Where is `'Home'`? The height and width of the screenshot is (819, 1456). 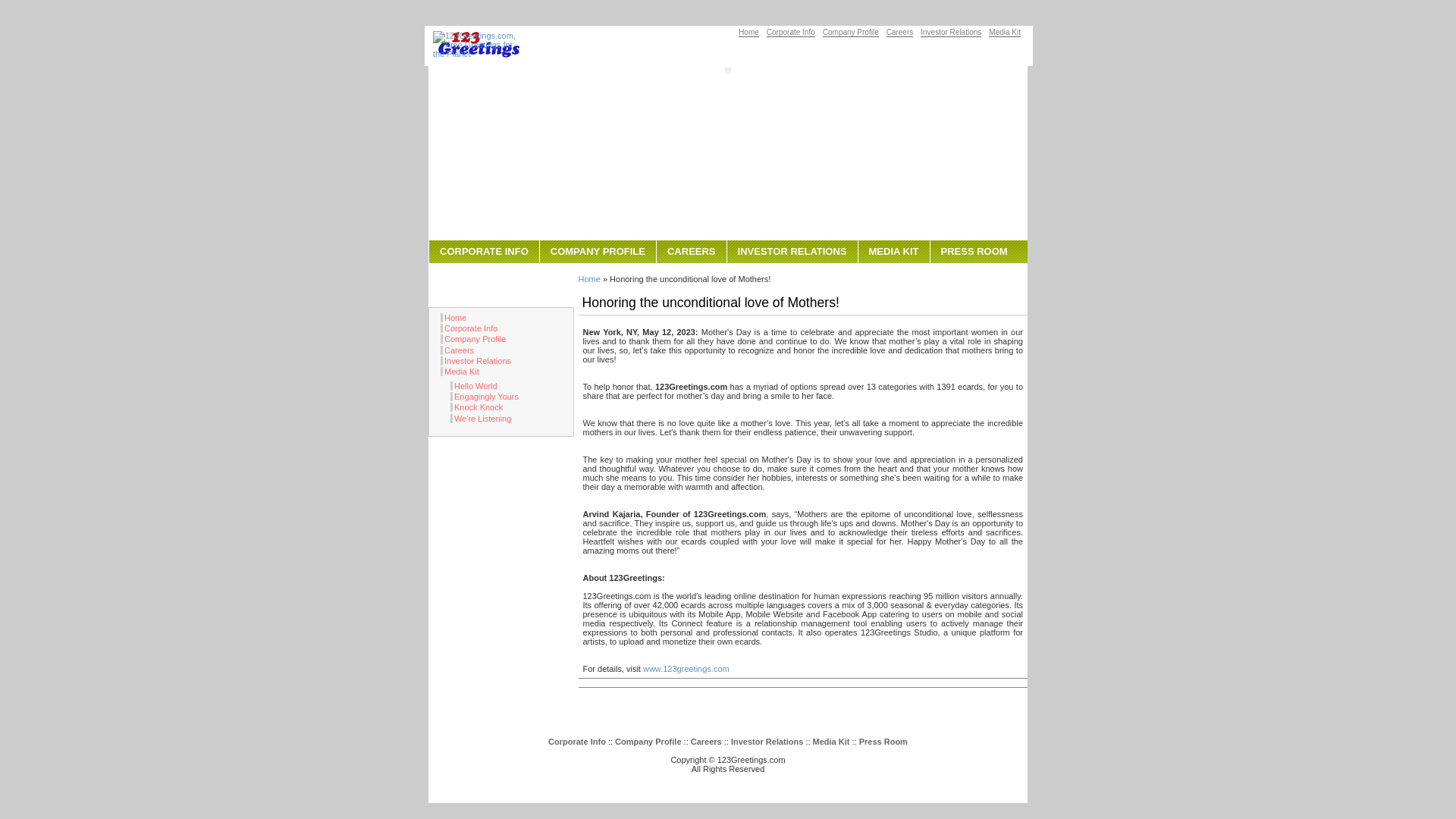 'Home' is located at coordinates (588, 278).